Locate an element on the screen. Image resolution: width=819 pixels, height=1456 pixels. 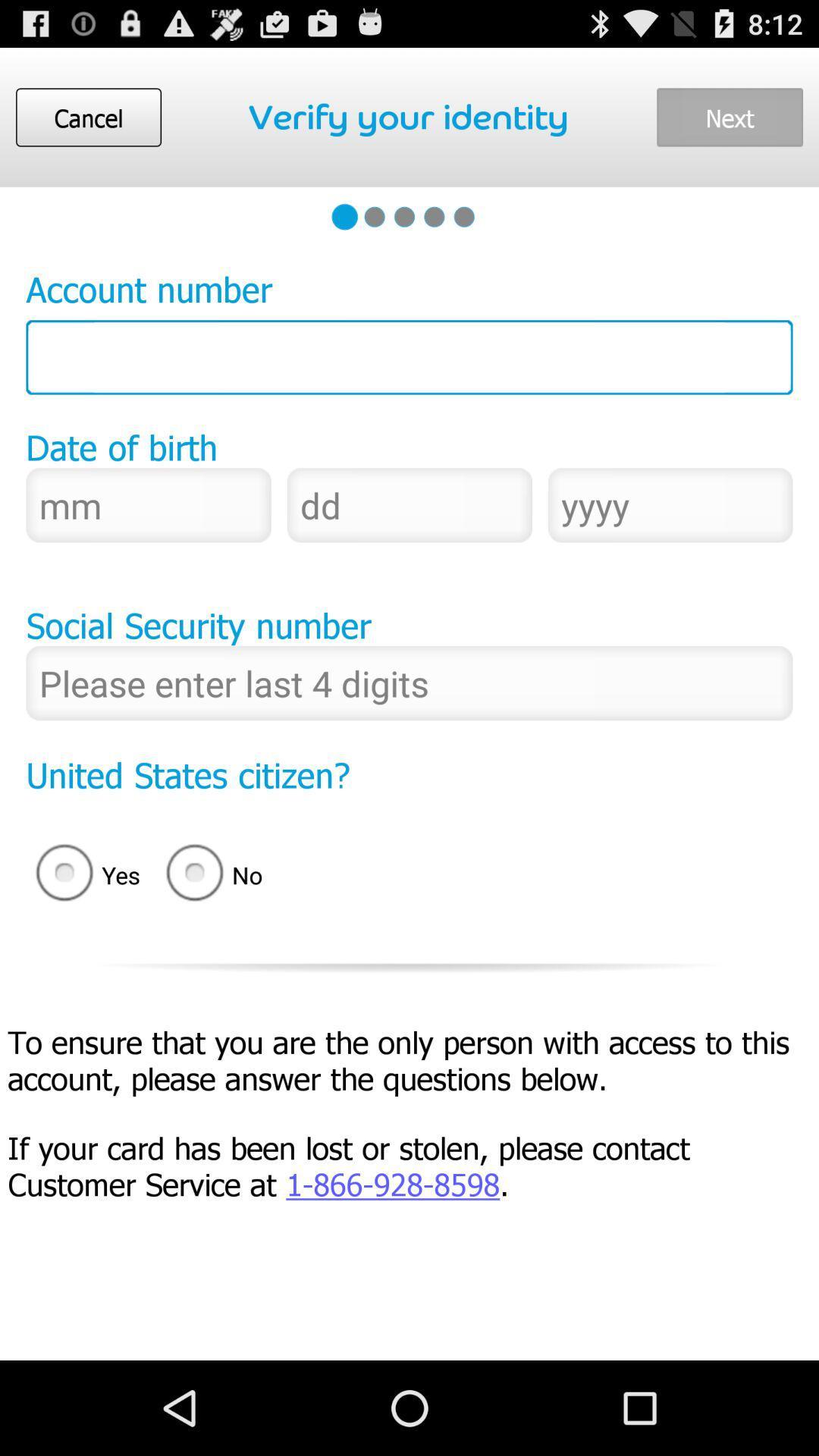
the item to the right of yes icon is located at coordinates (219, 875).